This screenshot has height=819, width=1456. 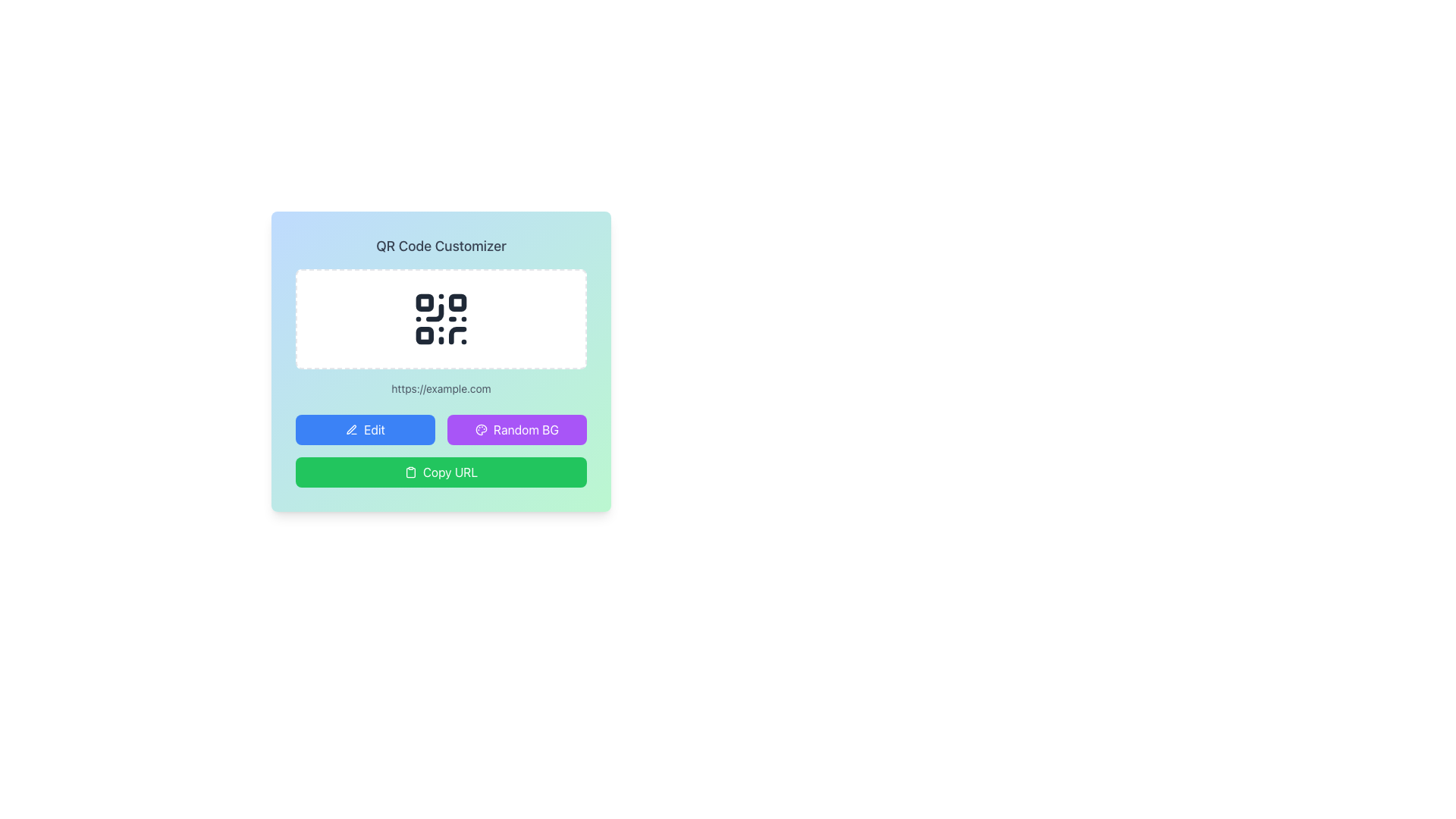 What do you see at coordinates (440, 472) in the screenshot?
I see `the 'Copy URL' button, which is a rectangular button with rounded corners, a solid green background, and white text. It is located at the bottom of the button group layout, below the 'Edit' and 'Random BG' buttons` at bounding box center [440, 472].